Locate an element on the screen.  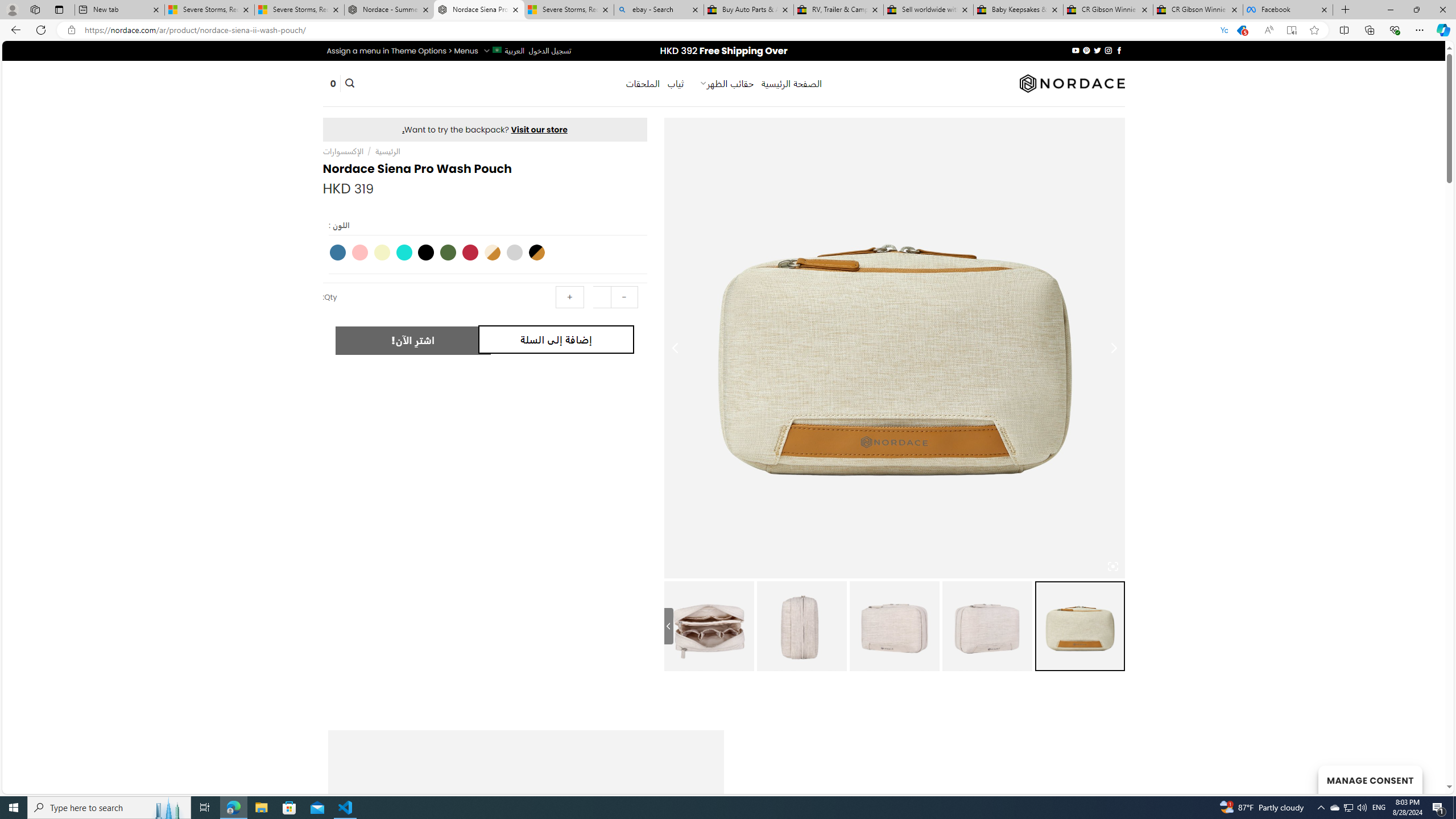
'Enter Immersive Reader (F9)' is located at coordinates (1291, 30).